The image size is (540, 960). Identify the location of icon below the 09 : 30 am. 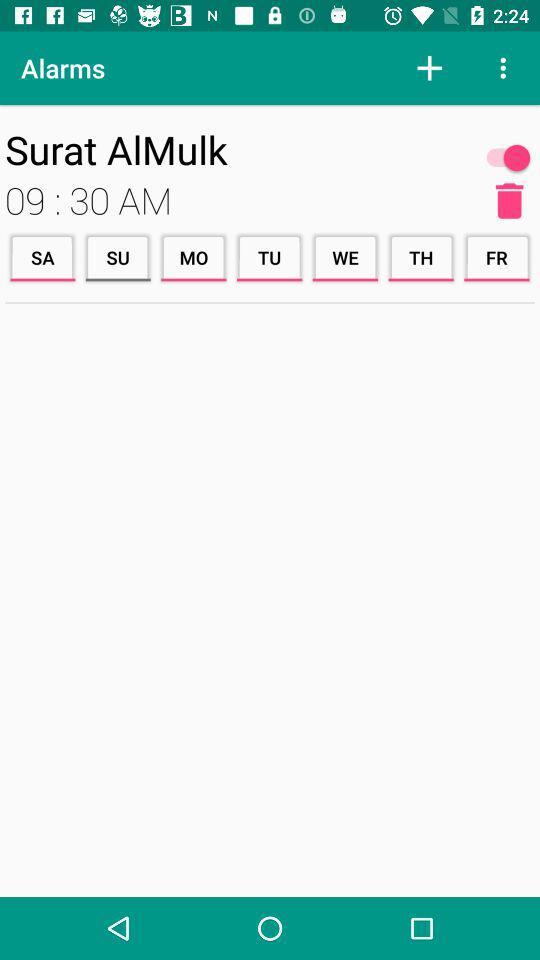
(269, 256).